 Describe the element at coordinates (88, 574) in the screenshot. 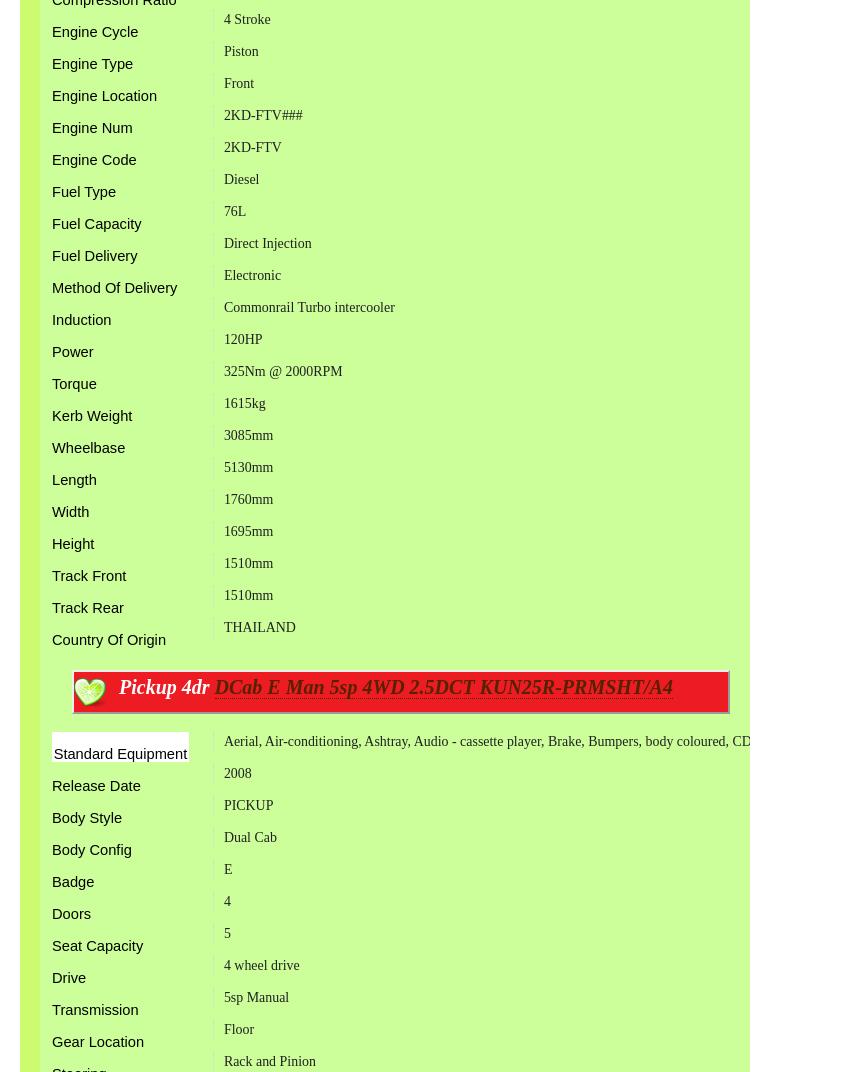

I see `'Track Front'` at that location.